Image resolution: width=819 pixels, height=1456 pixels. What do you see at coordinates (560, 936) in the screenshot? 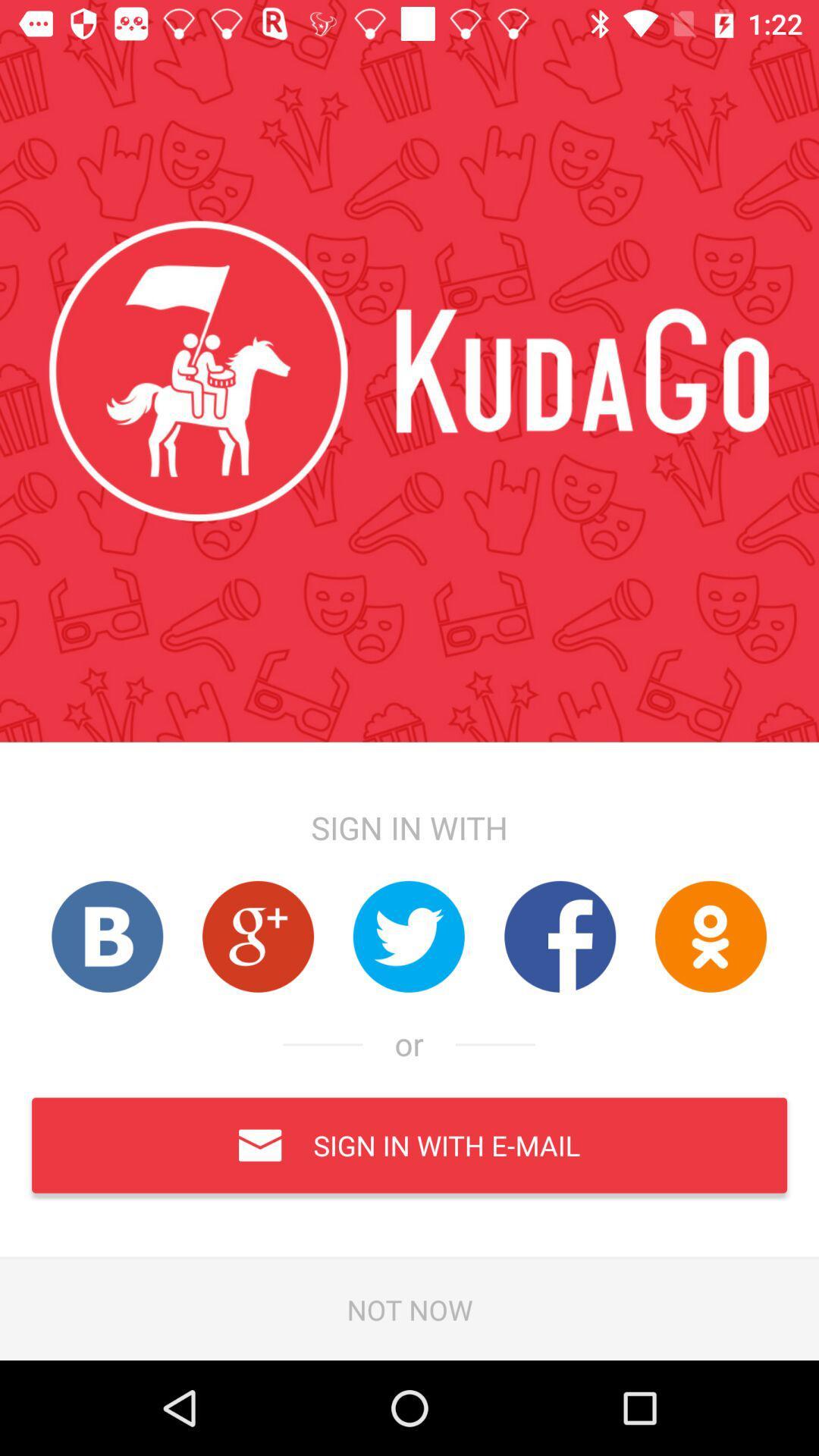
I see `the facebook icon` at bounding box center [560, 936].